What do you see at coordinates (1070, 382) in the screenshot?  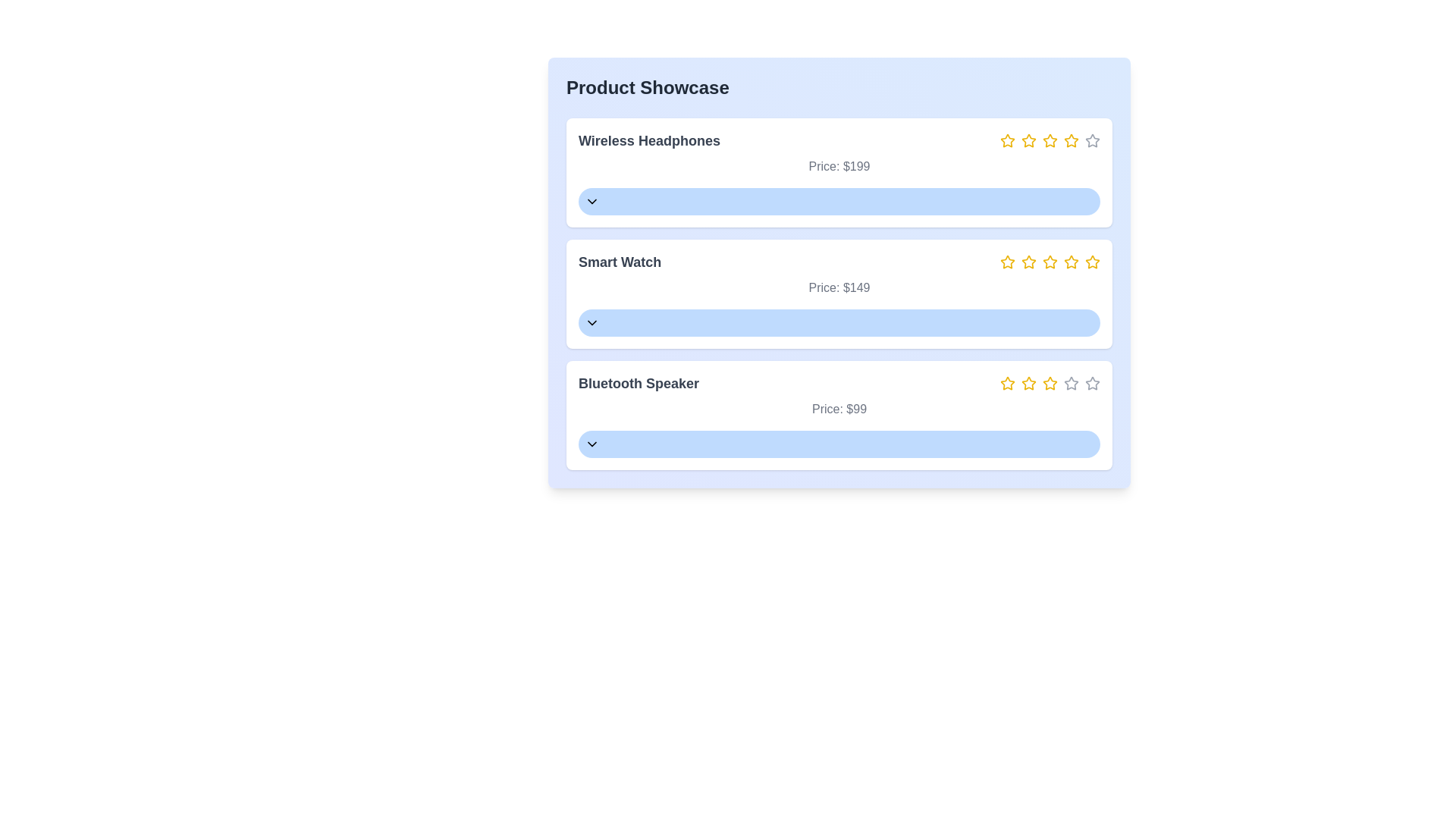 I see `the fourth rating star icon for the item 'Bluetooth Speaker'` at bounding box center [1070, 382].